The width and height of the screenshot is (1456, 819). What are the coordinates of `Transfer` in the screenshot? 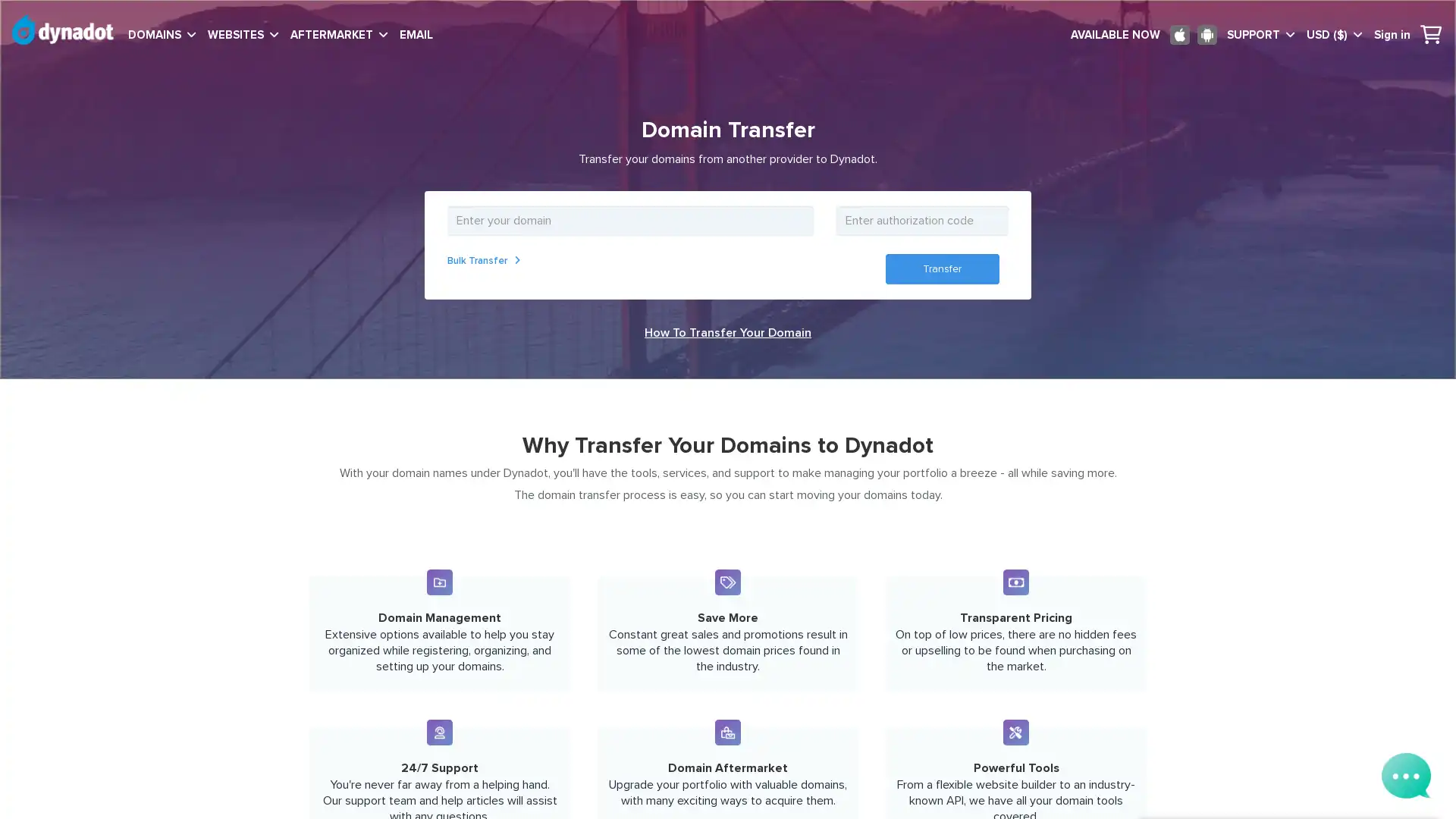 It's located at (941, 268).